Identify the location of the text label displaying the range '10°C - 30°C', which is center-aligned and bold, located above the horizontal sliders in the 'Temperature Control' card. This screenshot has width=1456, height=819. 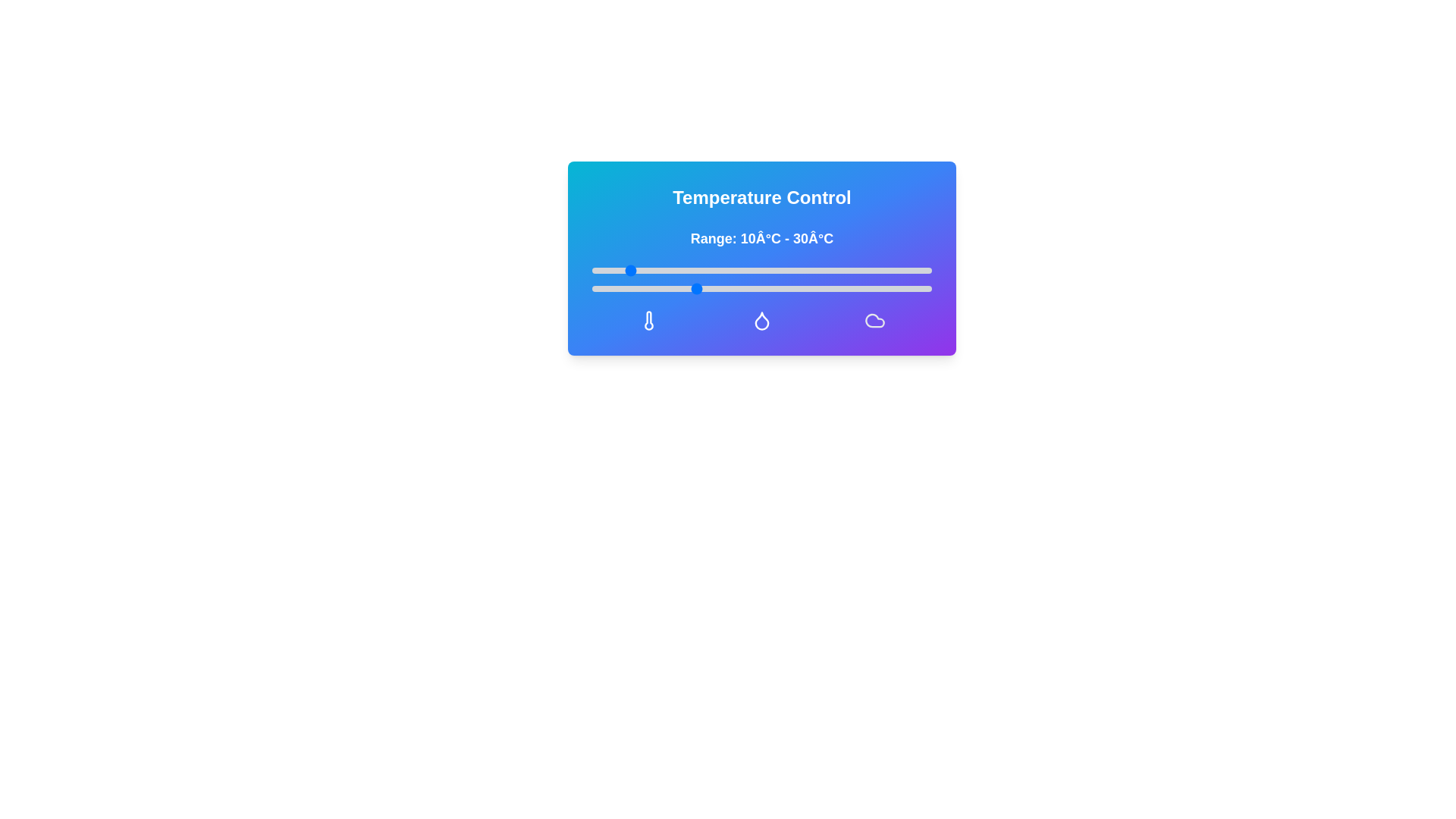
(761, 259).